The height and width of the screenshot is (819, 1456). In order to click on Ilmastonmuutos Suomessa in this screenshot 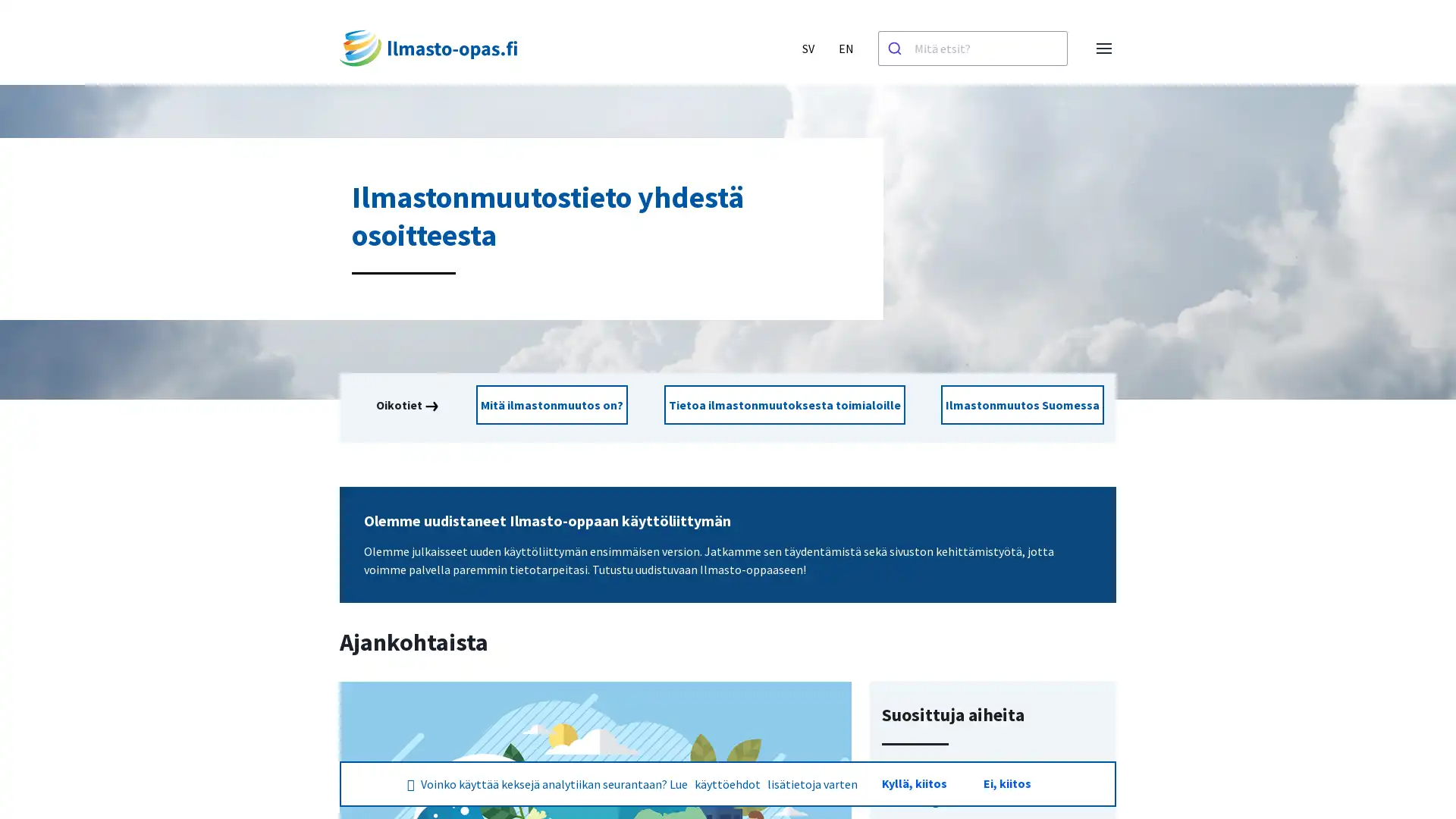, I will do `click(1014, 405)`.